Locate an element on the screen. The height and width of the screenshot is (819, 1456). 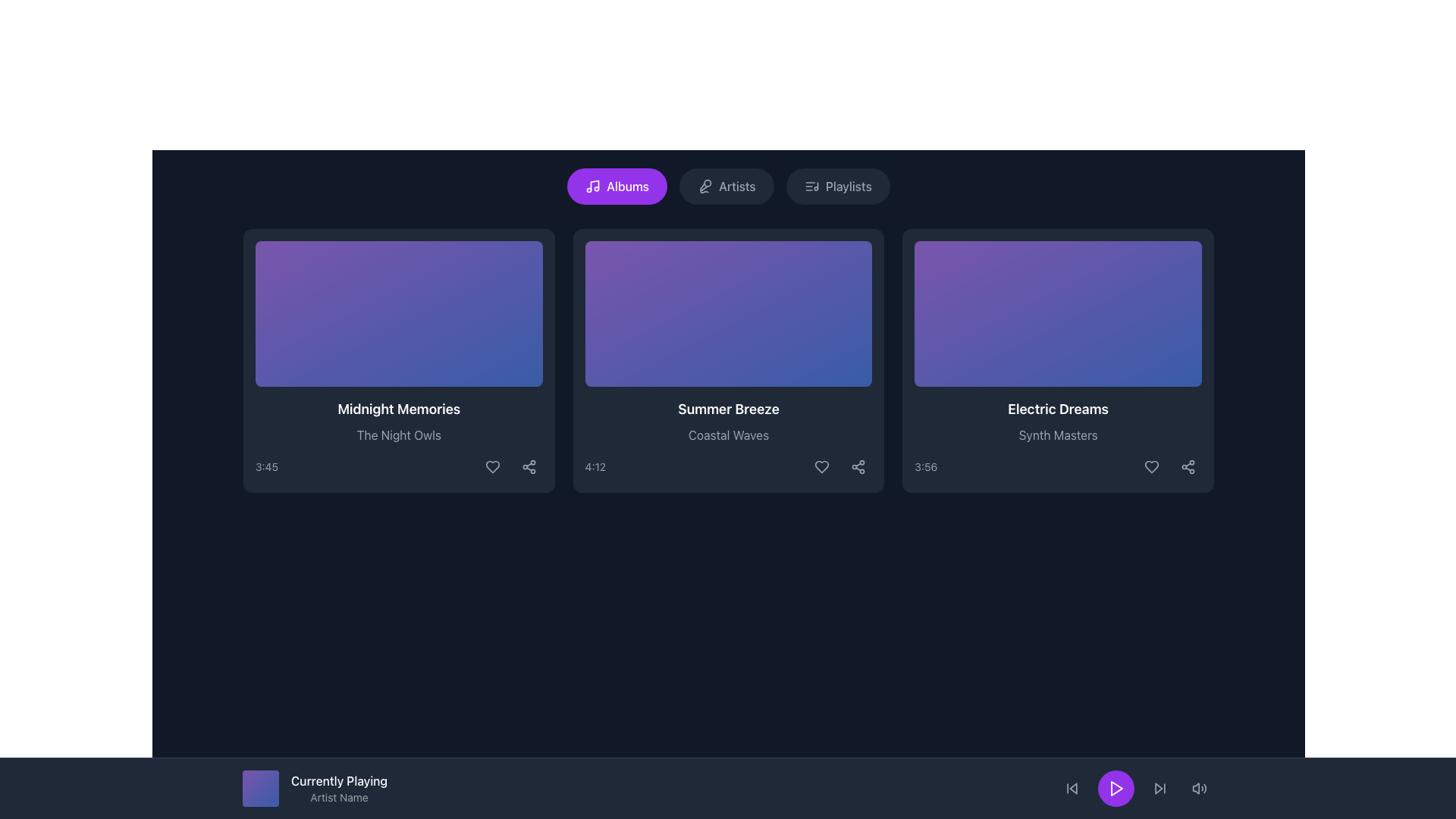
the interactive 'like' or 'favorite' icon located in the bottom-right corner of the 'Electric Dreams' album card is located at coordinates (1151, 466).